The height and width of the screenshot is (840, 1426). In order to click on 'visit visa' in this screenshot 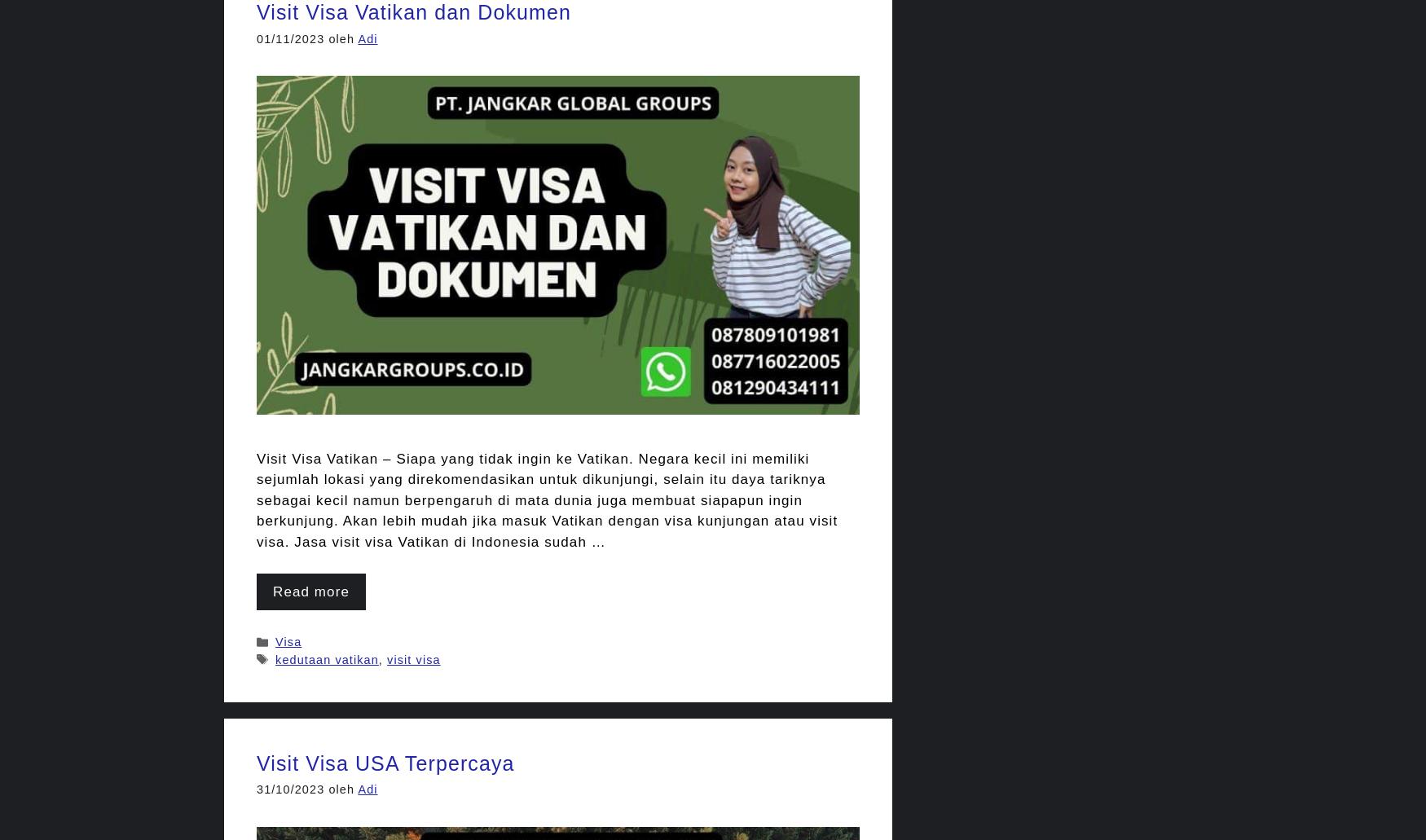, I will do `click(412, 658)`.